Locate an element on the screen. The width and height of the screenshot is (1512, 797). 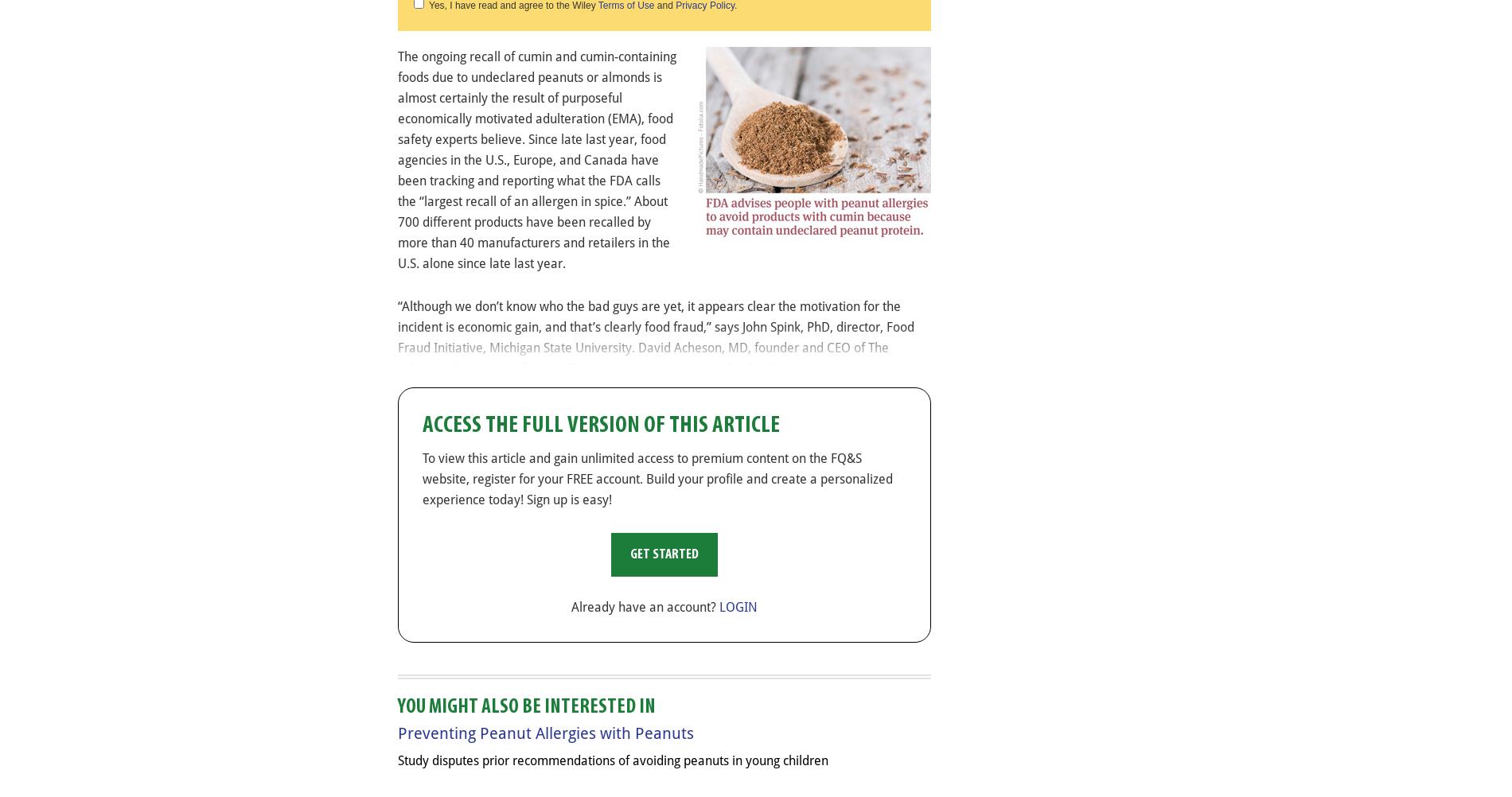
'One of the first companies to voluntarily recall products was Adams Flavors, Foods & Ingredients of Gonzales, Texas, which late last year declared it had been notified by a third-party supplier that one of its spice ingredients contained peanut proteins. Goya Foods subsequently recalled many of its black beans and black bean soup products while Whole Foods recalled more than 100 different products sold in its stores nationwide.' is located at coordinates (653, 472).